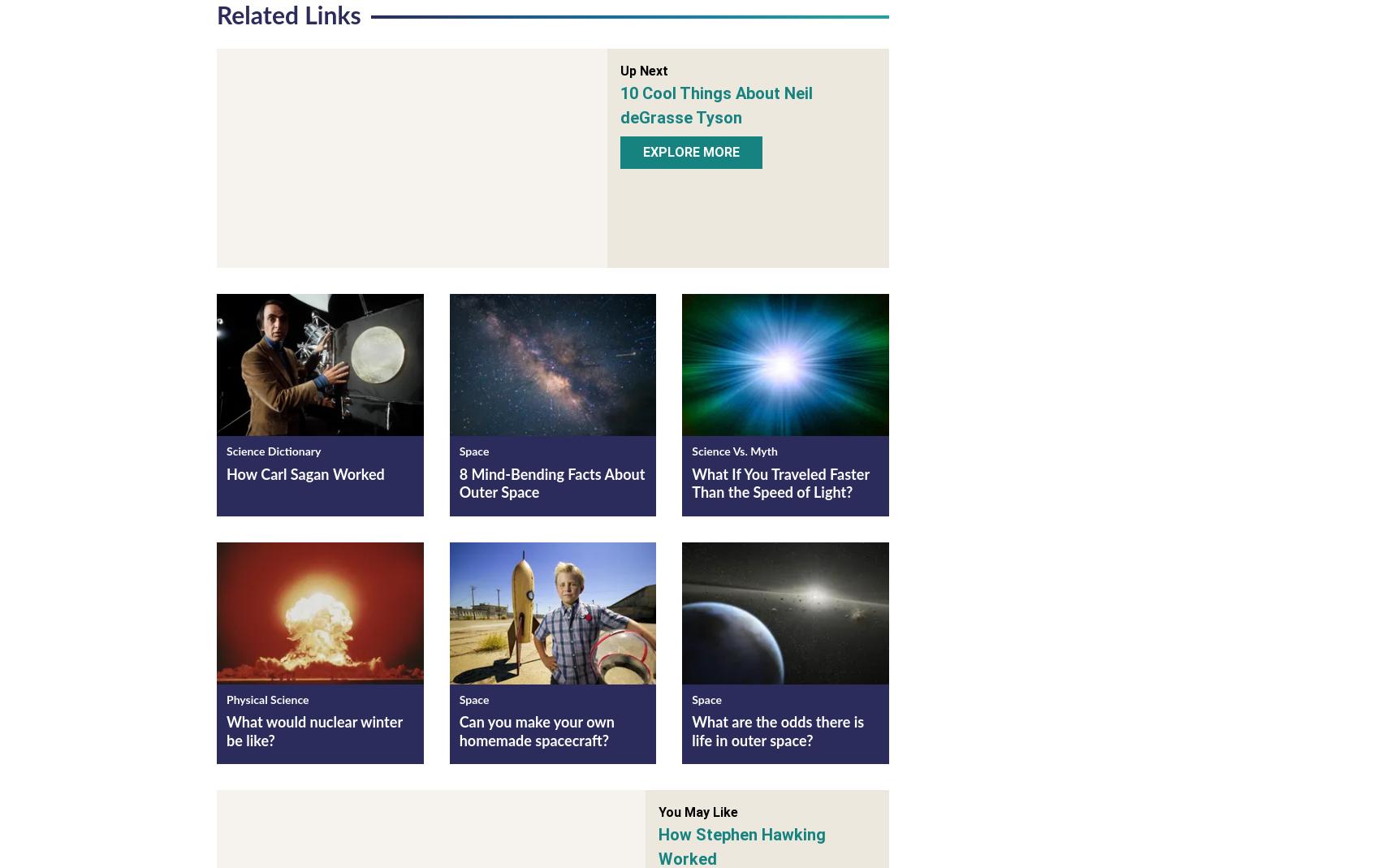 The height and width of the screenshot is (868, 1382). I want to click on '8 Mind-Bending Facts About Outer Space', so click(551, 487).